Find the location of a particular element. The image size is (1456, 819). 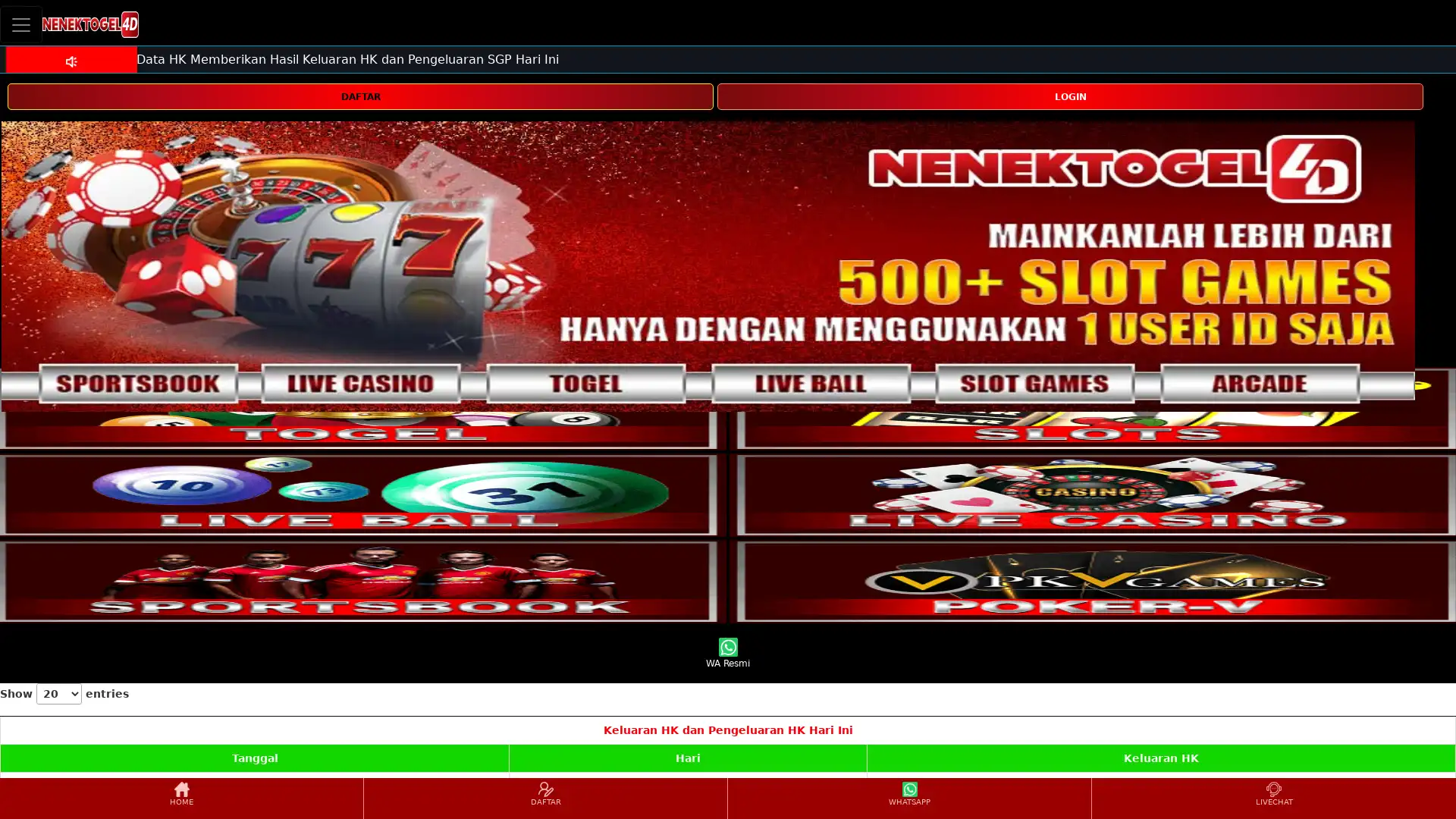

LOGIN is located at coordinates (1069, 96).